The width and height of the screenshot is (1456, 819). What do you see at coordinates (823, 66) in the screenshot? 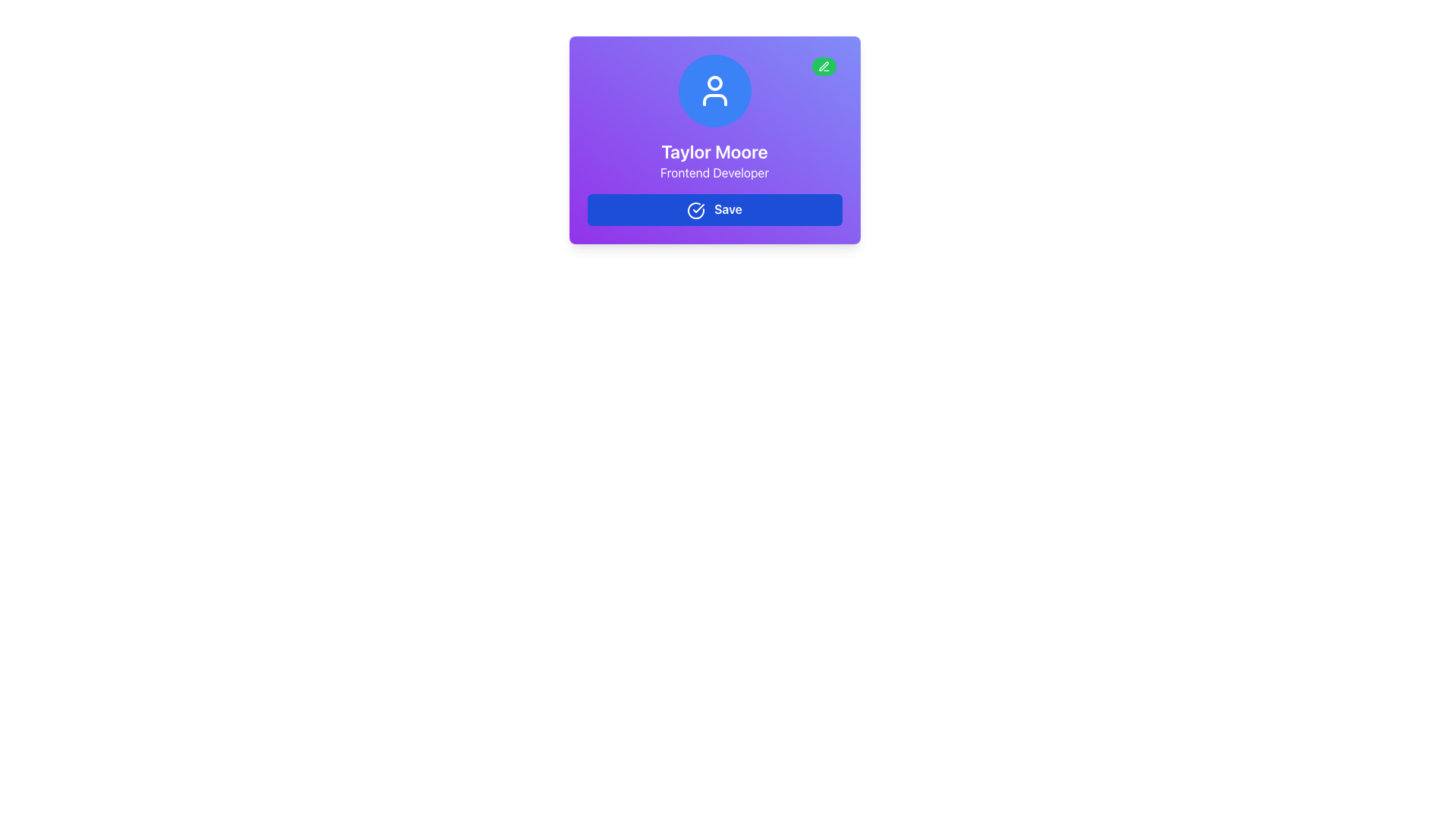
I see `the small green circular button with a white pen icon located in the upper-right corner of the card` at bounding box center [823, 66].